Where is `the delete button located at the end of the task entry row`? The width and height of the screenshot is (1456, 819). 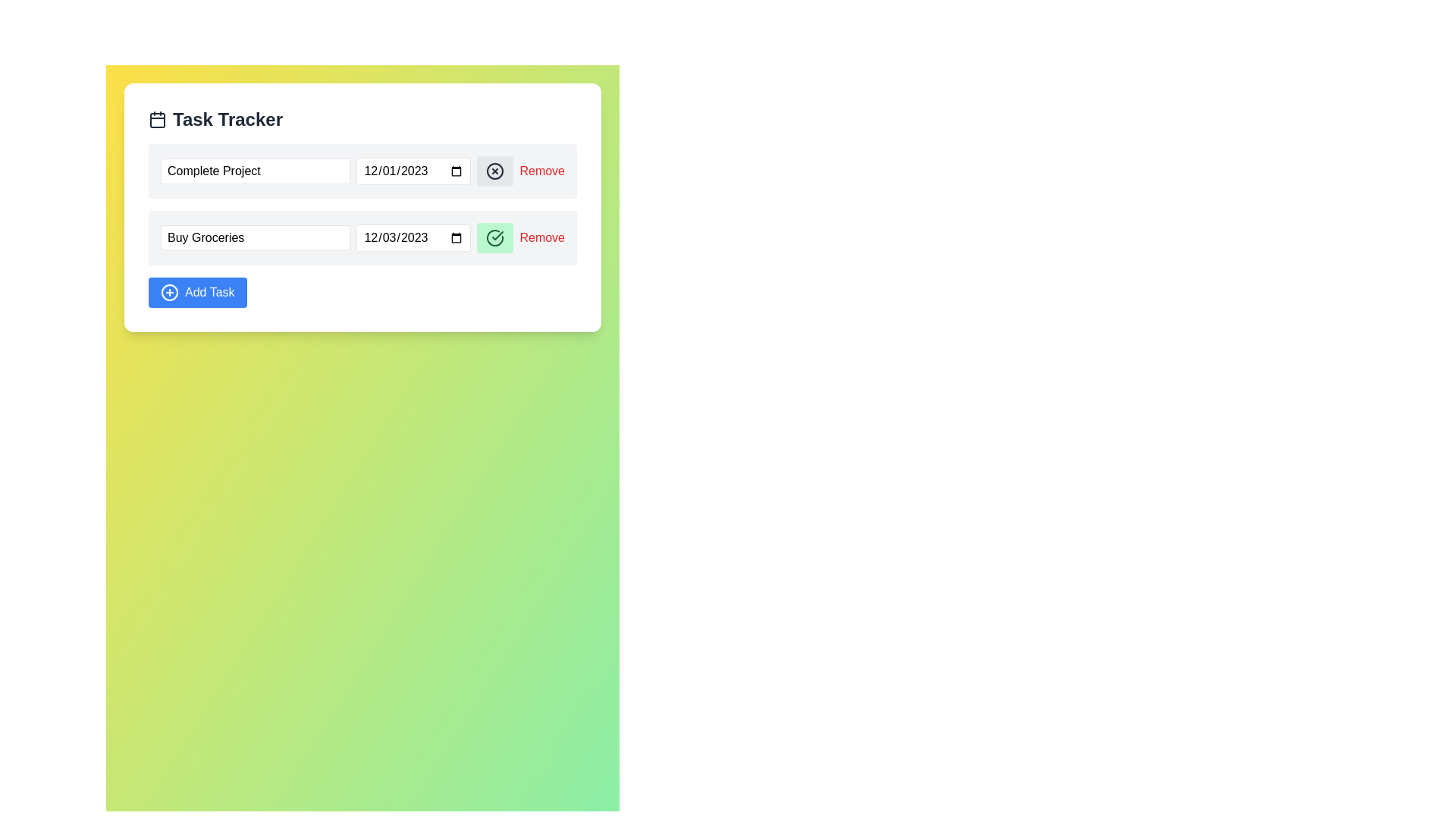 the delete button located at the end of the task entry row is located at coordinates (542, 237).